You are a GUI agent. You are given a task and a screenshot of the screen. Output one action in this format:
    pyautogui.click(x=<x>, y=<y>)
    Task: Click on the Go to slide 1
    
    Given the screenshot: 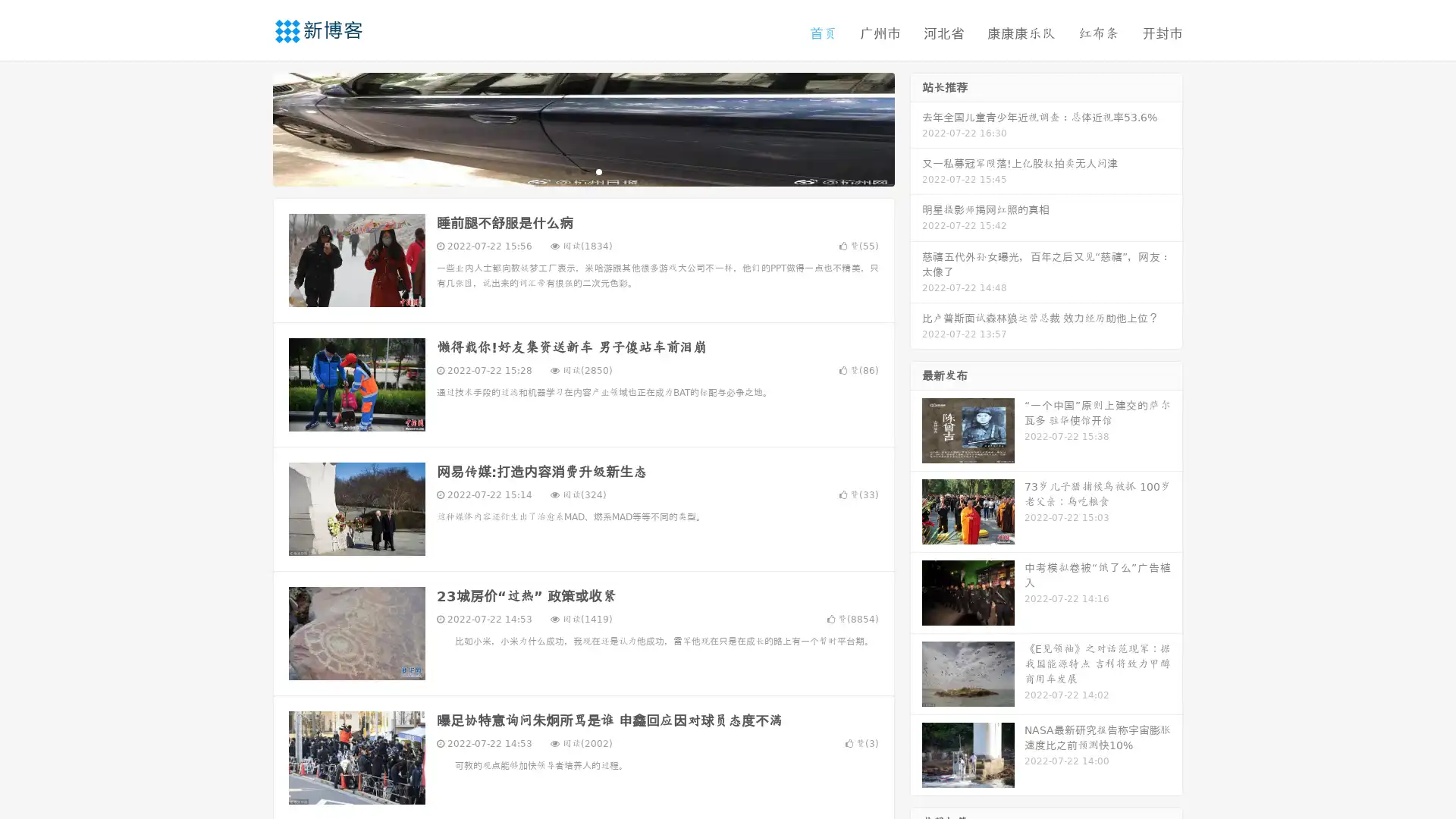 What is the action you would take?
    pyautogui.click(x=567, y=171)
    